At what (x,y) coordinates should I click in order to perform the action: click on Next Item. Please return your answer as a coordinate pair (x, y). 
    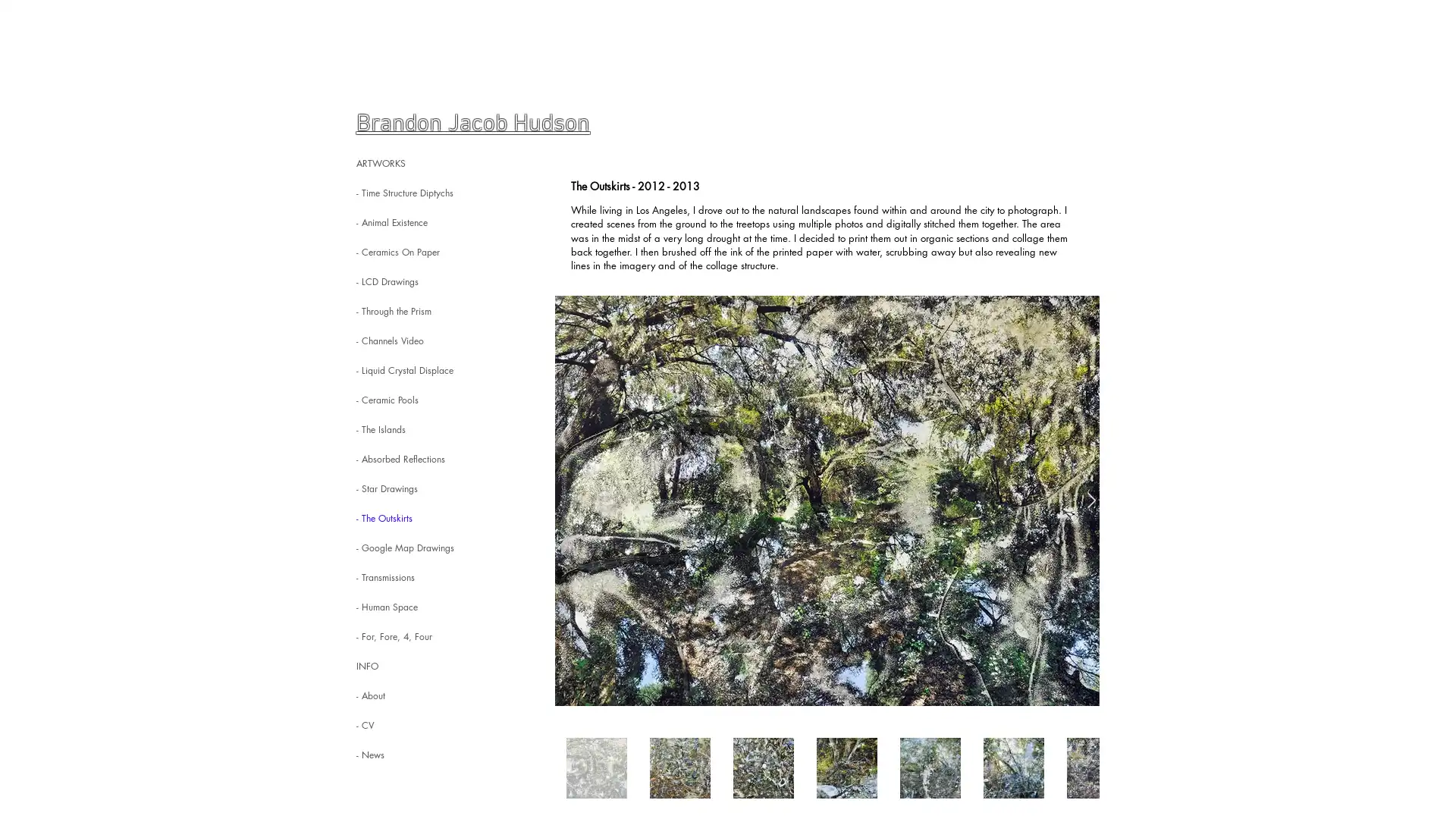
    Looking at the image, I should click on (1090, 500).